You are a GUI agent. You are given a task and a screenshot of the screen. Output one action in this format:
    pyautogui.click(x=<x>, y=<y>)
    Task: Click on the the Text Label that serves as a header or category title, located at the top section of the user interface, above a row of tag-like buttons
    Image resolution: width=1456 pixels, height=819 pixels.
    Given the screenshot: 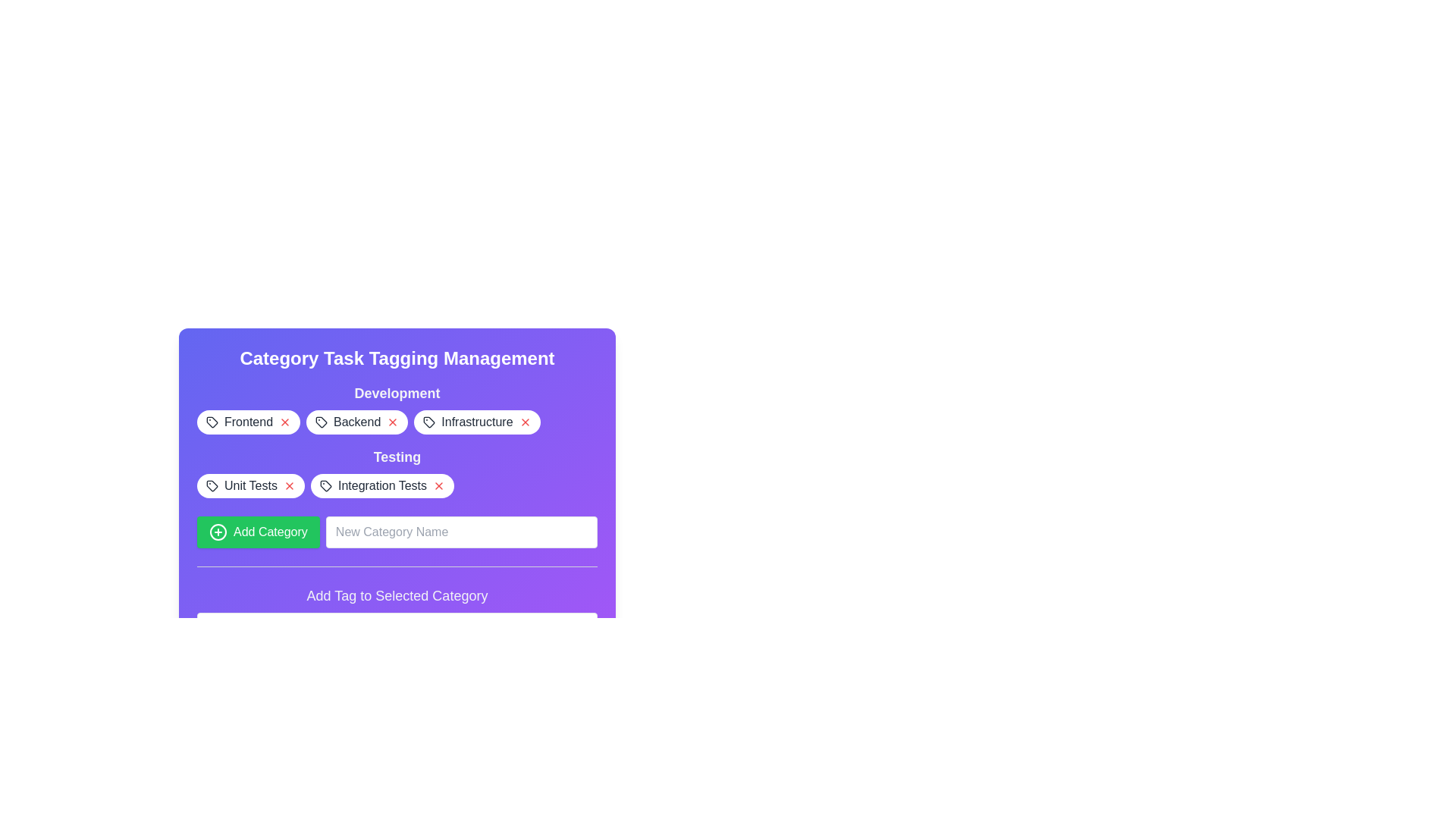 What is the action you would take?
    pyautogui.click(x=397, y=393)
    